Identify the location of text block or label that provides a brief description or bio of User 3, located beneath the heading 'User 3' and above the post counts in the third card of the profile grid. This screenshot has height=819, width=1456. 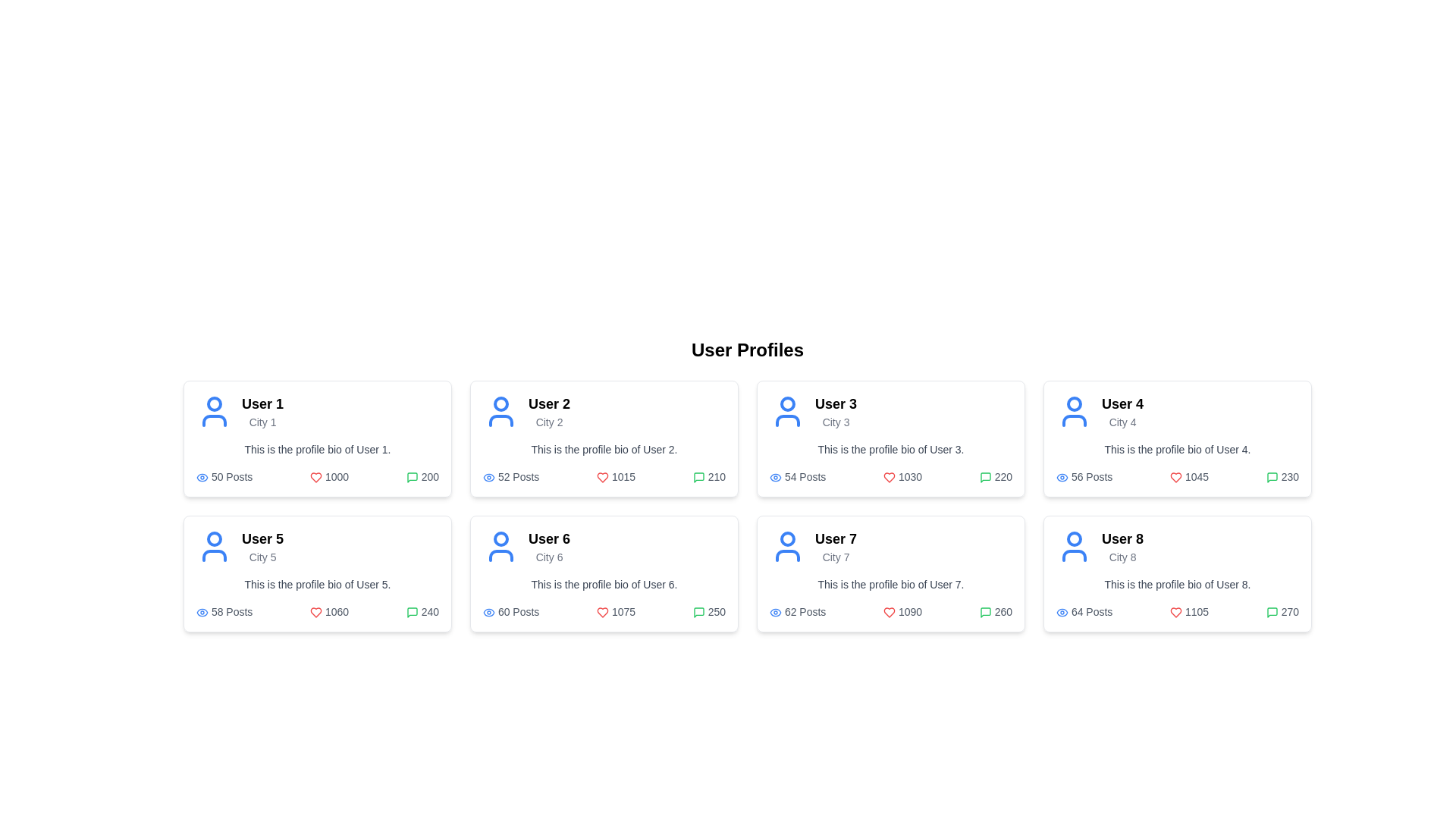
(891, 449).